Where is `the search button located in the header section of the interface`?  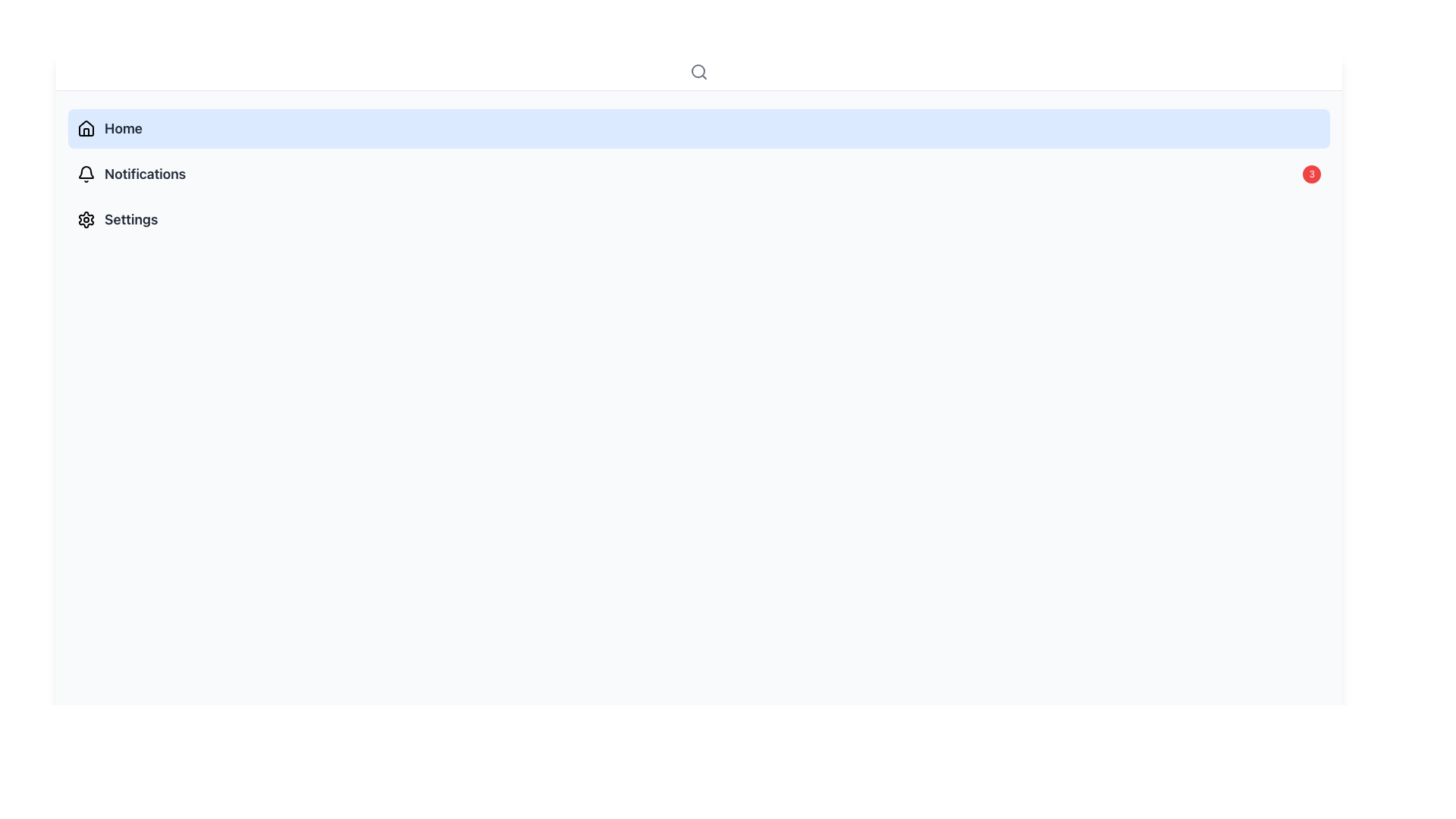
the search button located in the header section of the interface is located at coordinates (698, 72).